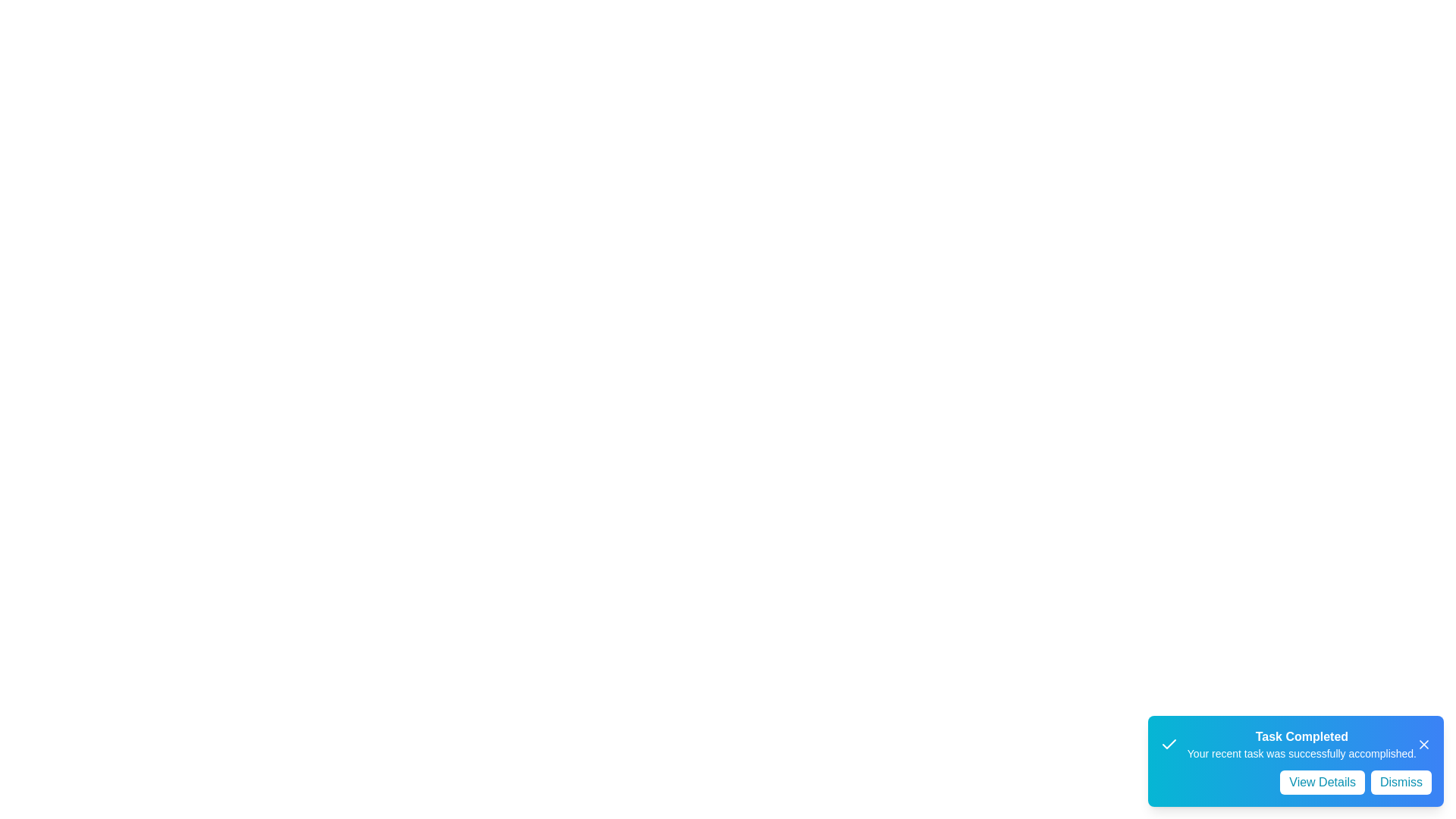 The image size is (1456, 819). I want to click on the completion confirmation icon located in the bottom-right notification card, positioned to the left of the success message text, so click(1168, 743).